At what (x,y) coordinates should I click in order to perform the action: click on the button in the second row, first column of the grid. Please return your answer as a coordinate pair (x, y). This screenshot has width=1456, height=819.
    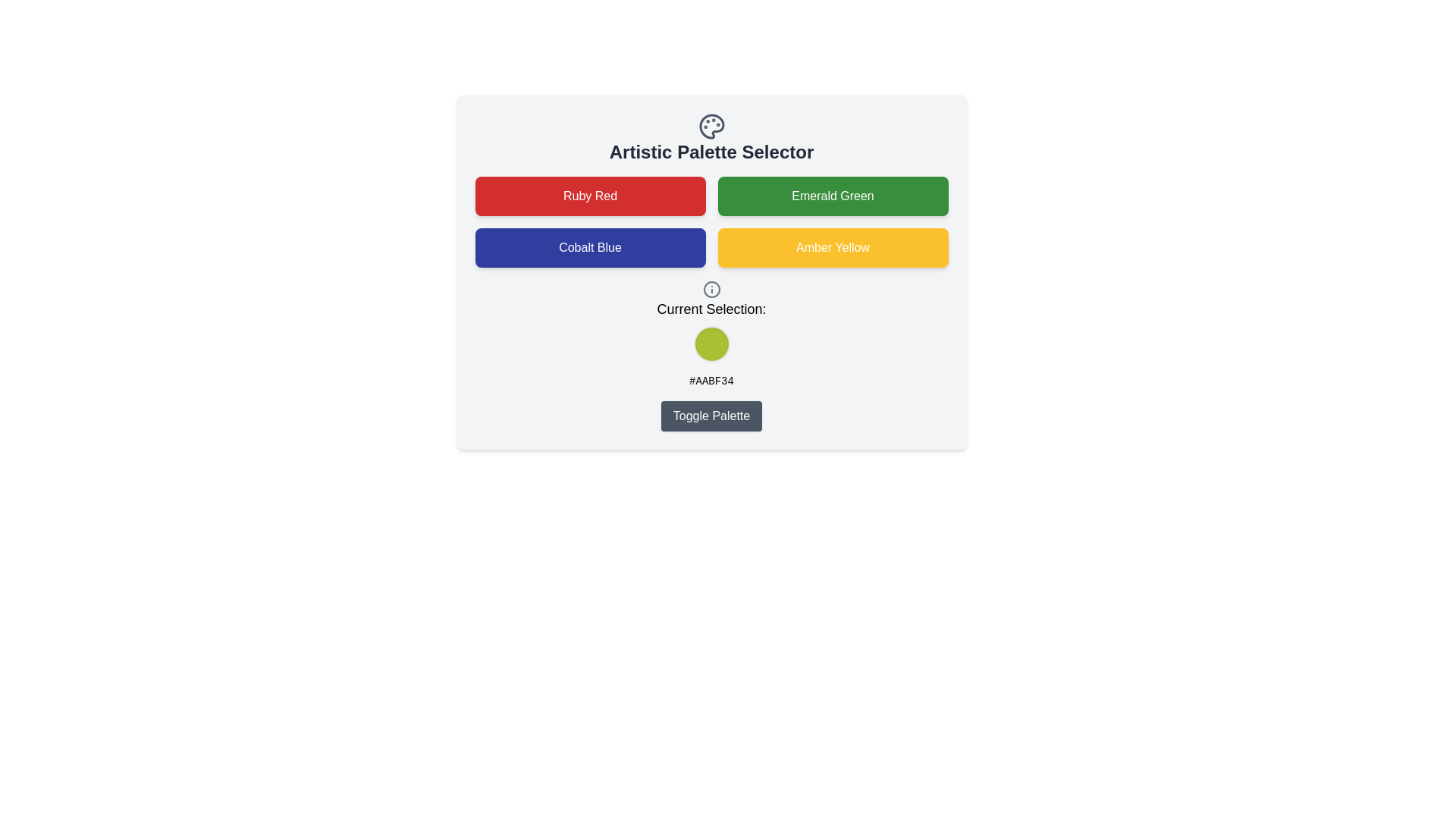
    Looking at the image, I should click on (589, 247).